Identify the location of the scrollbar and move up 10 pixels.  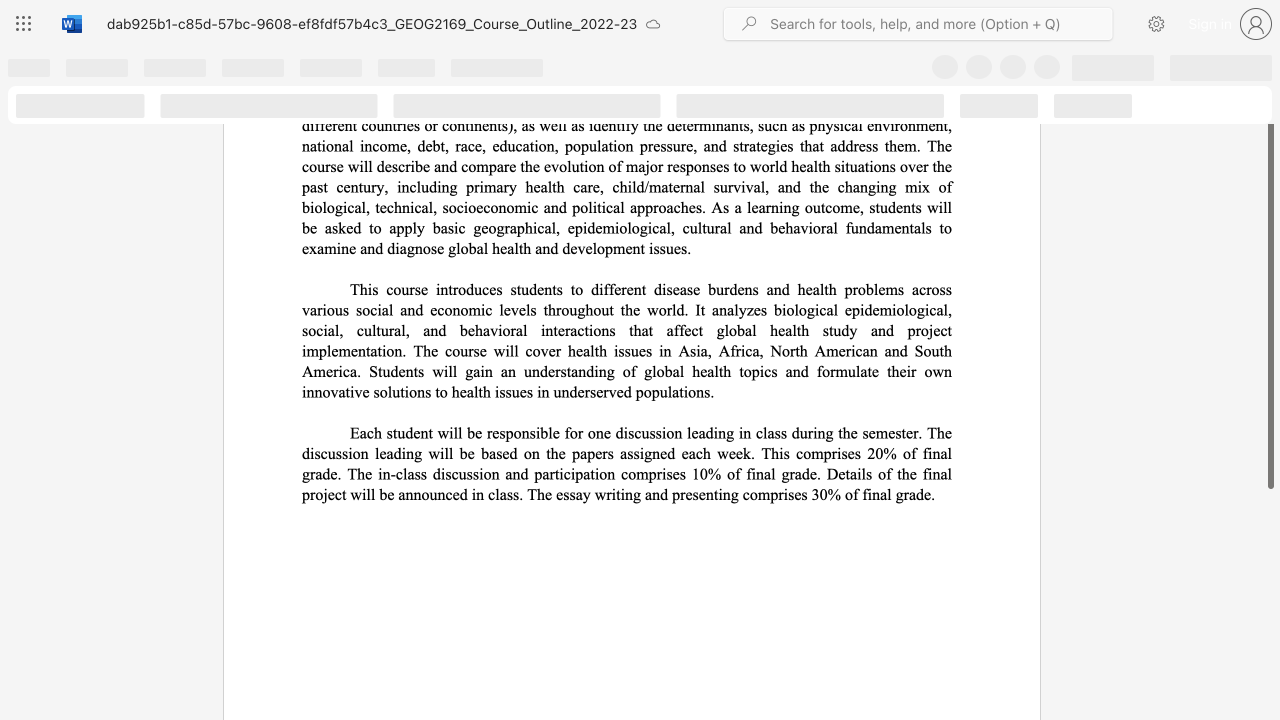
(1269, 291).